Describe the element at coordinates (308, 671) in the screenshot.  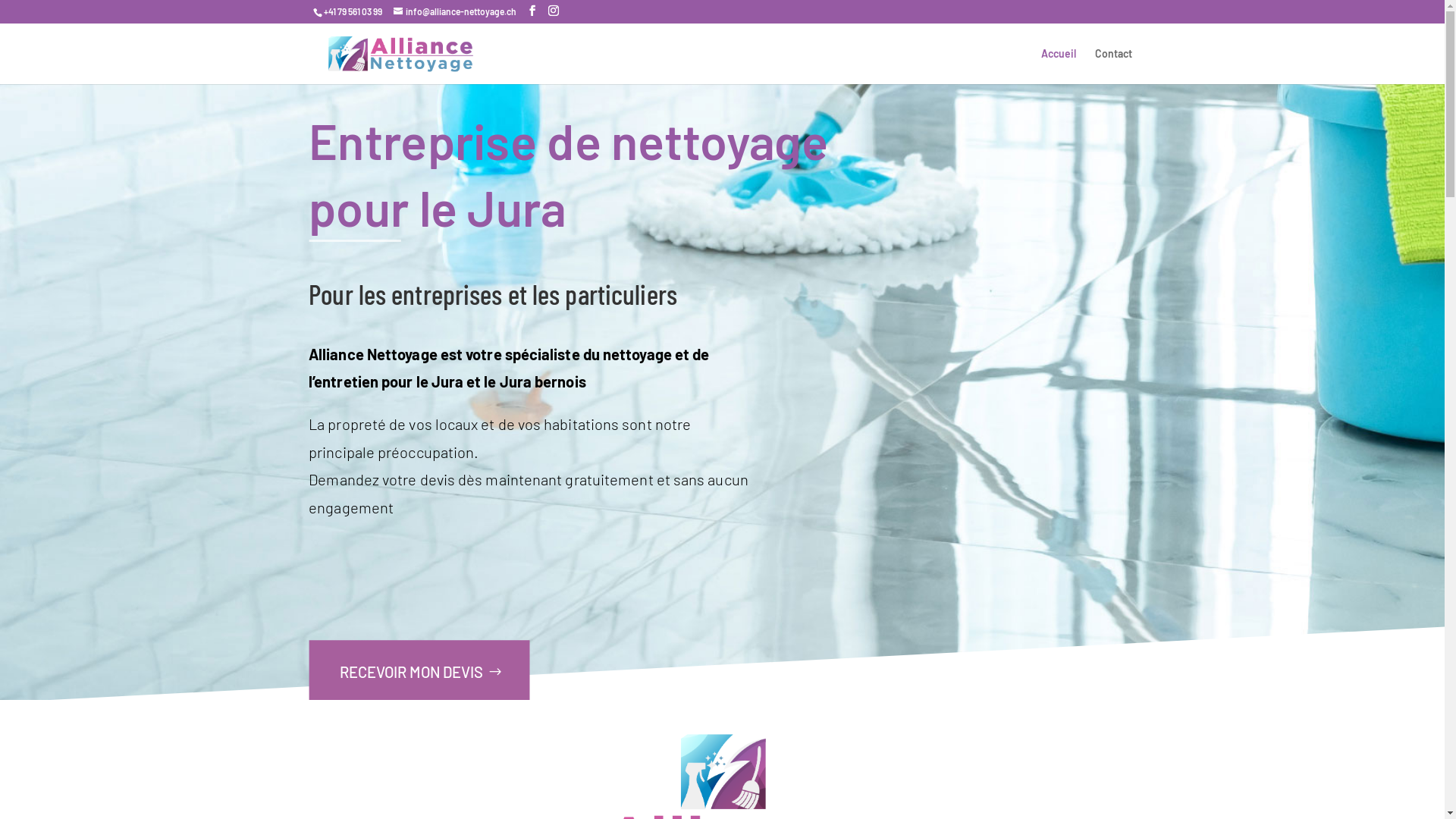
I see `'RECEVOIR MON DEVIS'` at that location.